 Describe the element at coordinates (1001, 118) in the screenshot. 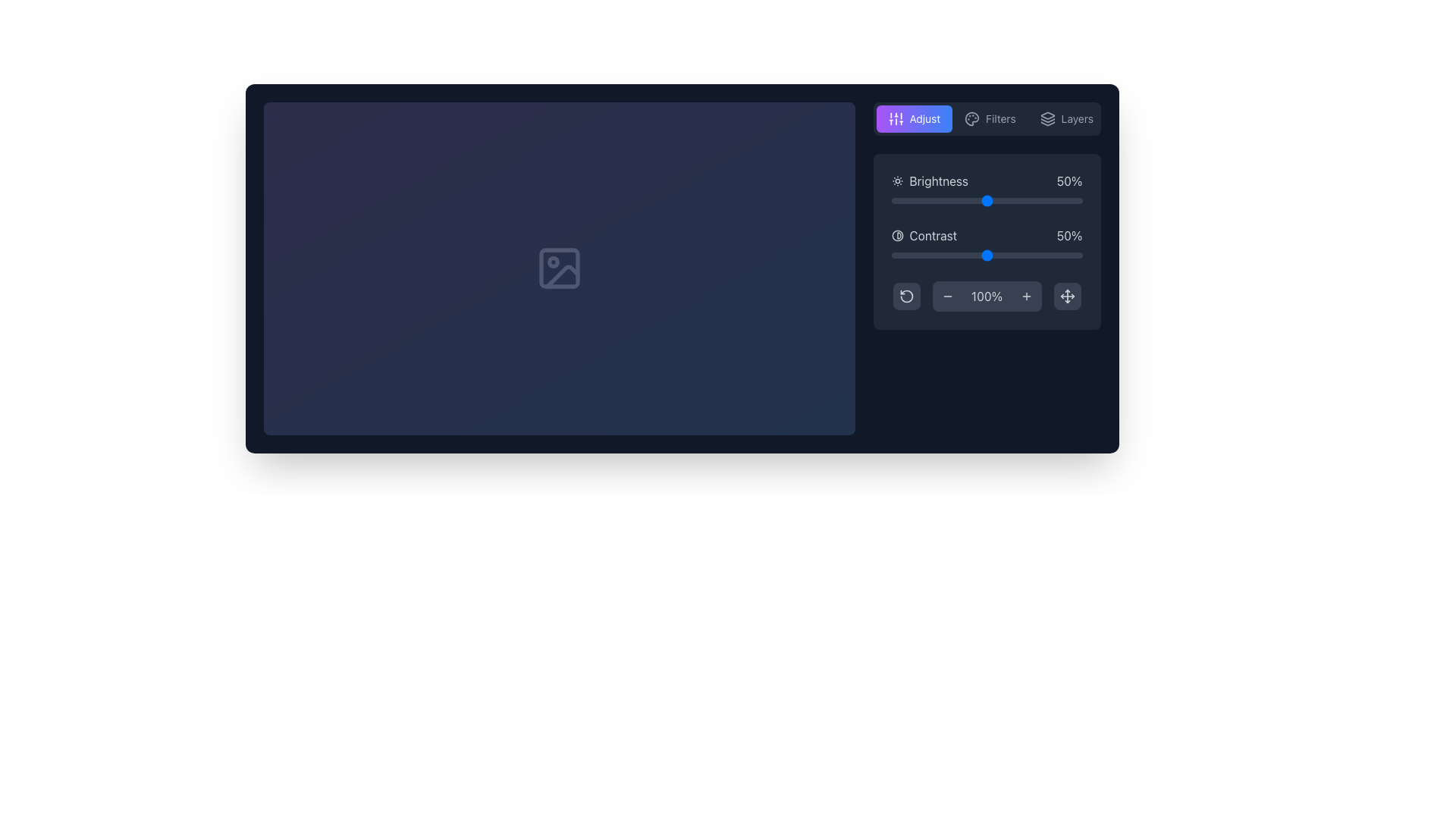

I see `the 'Filters' text label located in the top-right section of the settings panel` at that location.